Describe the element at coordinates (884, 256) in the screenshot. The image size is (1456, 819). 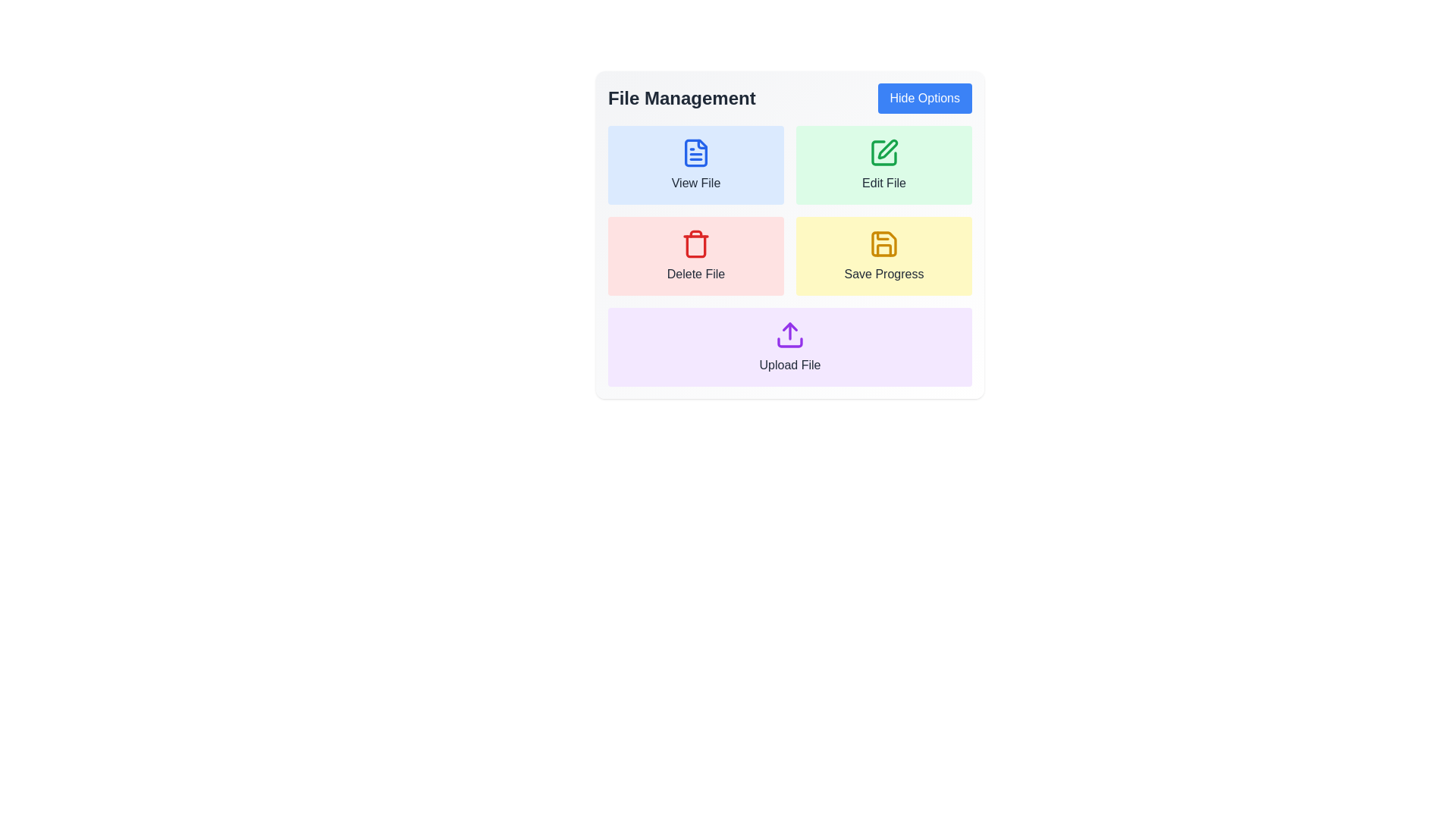
I see `the rectangular button with a yellow background and a save icon above the text 'Save Progress'` at that location.